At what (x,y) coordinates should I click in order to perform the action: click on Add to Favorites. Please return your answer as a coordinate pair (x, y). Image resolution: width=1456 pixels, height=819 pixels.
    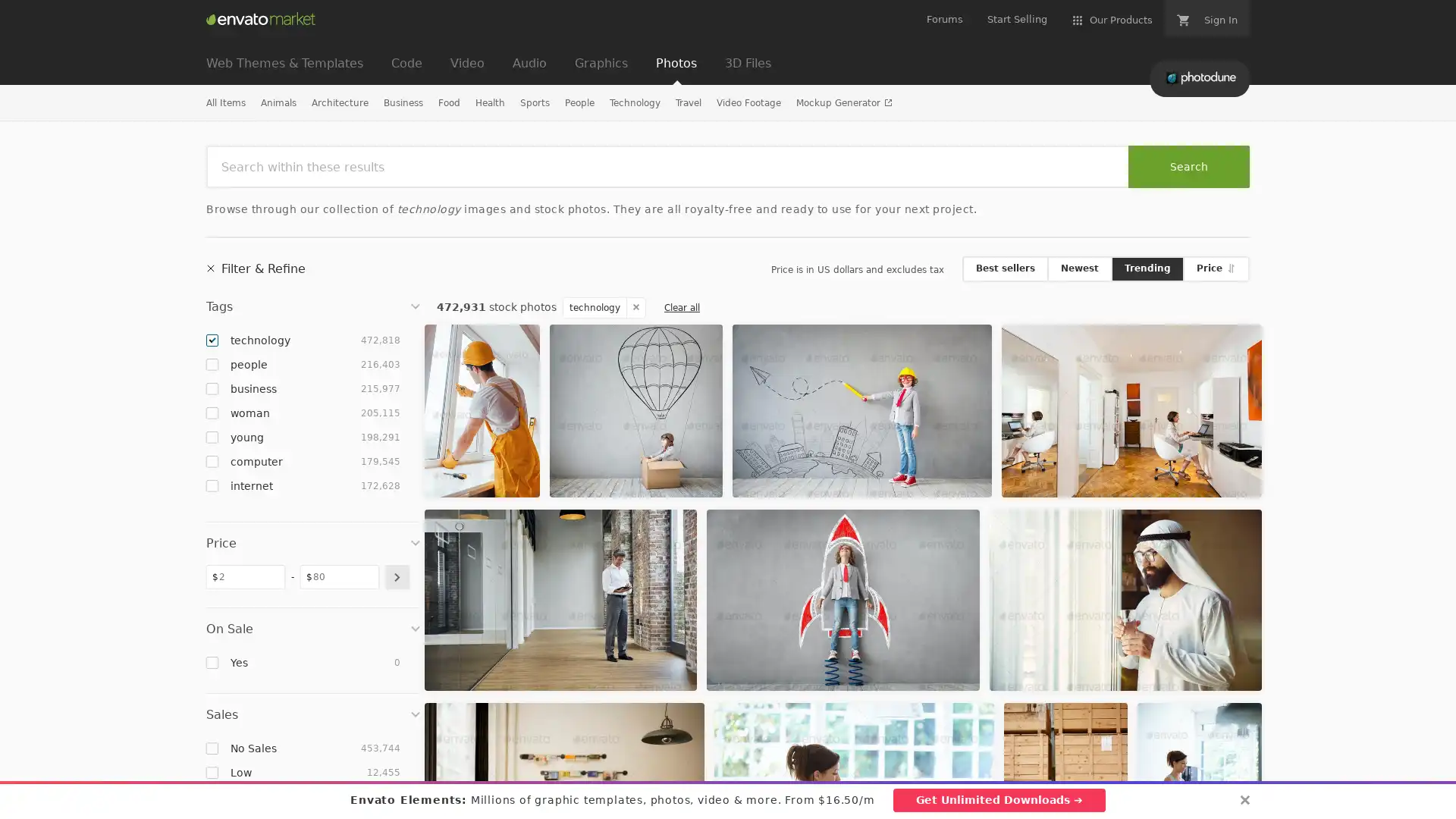
    Looking at the image, I should click on (959, 528).